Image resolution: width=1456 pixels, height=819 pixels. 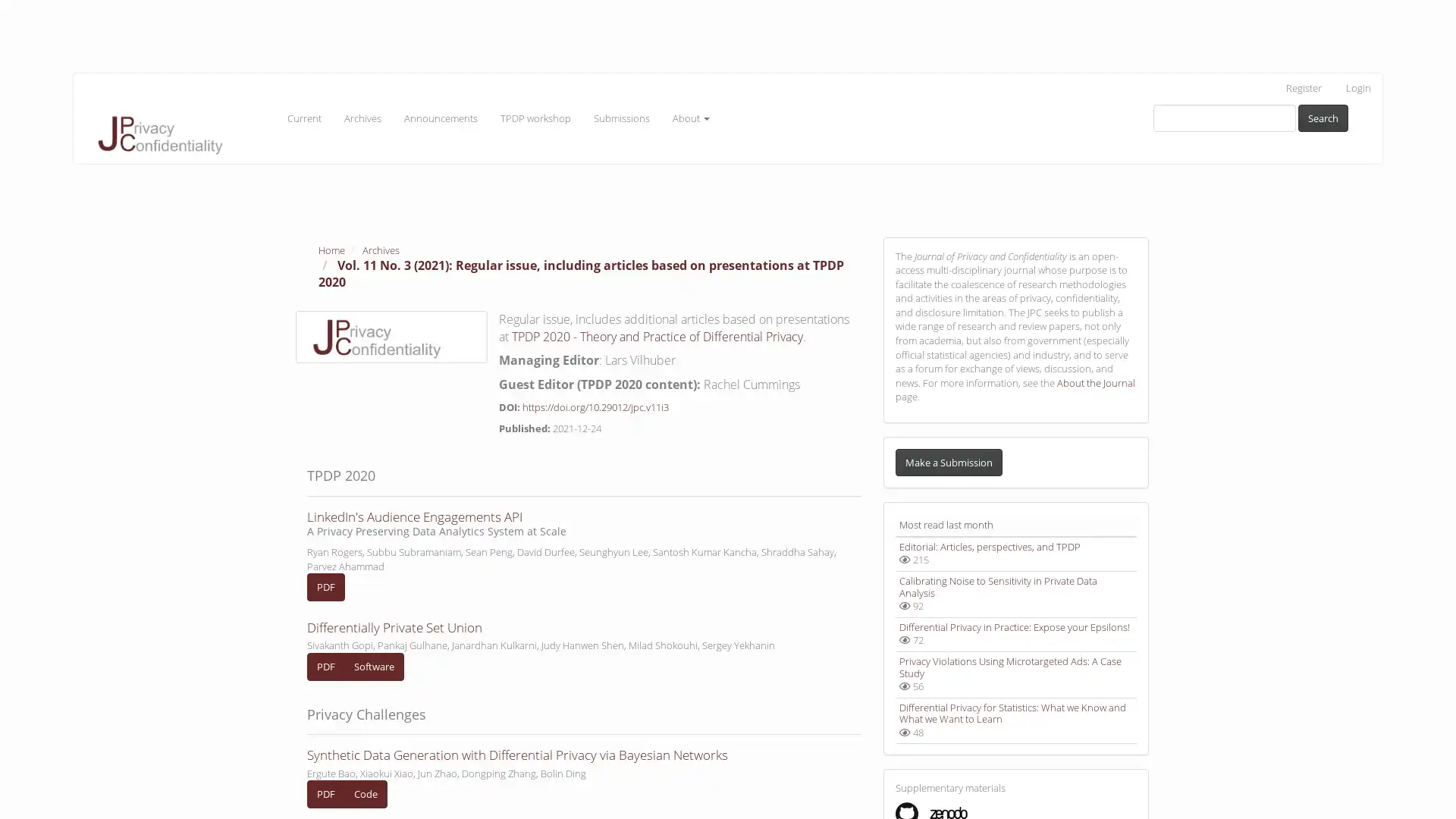 What do you see at coordinates (1323, 117) in the screenshot?
I see `Search` at bounding box center [1323, 117].